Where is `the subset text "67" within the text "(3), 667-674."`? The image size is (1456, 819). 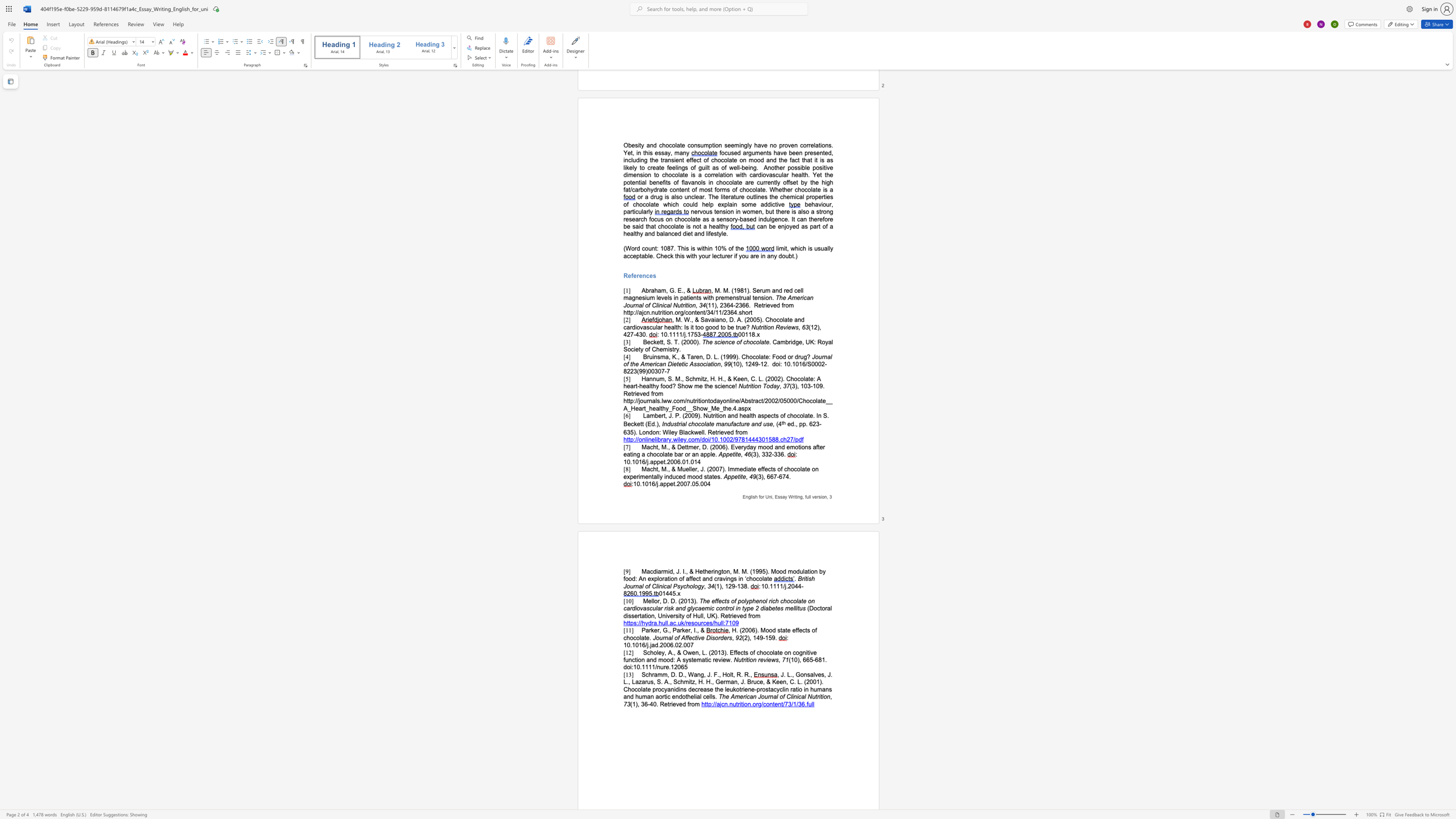
the subset text "67" within the text "(3), 667-674." is located at coordinates (769, 476).